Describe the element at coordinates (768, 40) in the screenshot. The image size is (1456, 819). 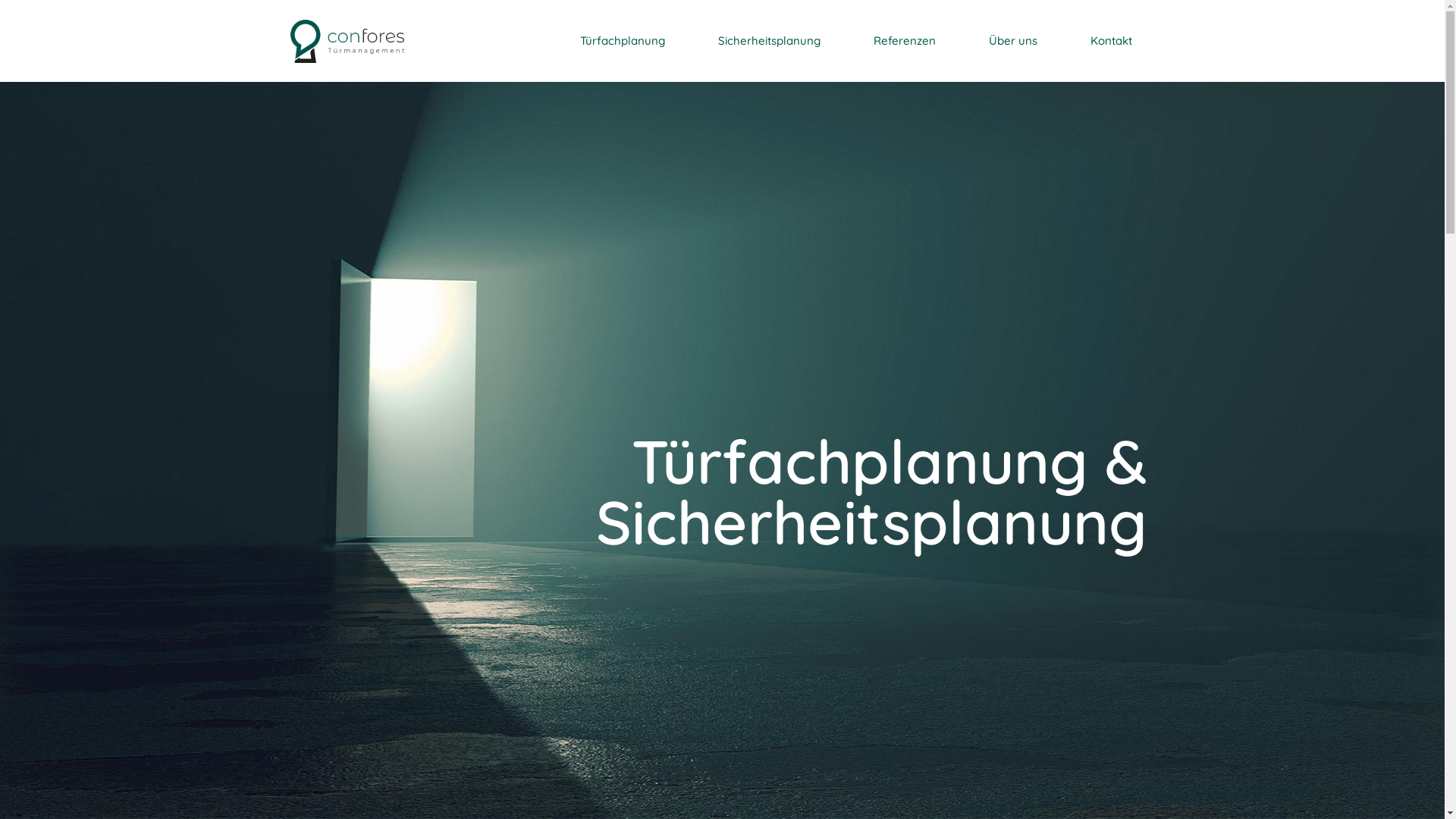
I see `'Sicherheitsplanung'` at that location.